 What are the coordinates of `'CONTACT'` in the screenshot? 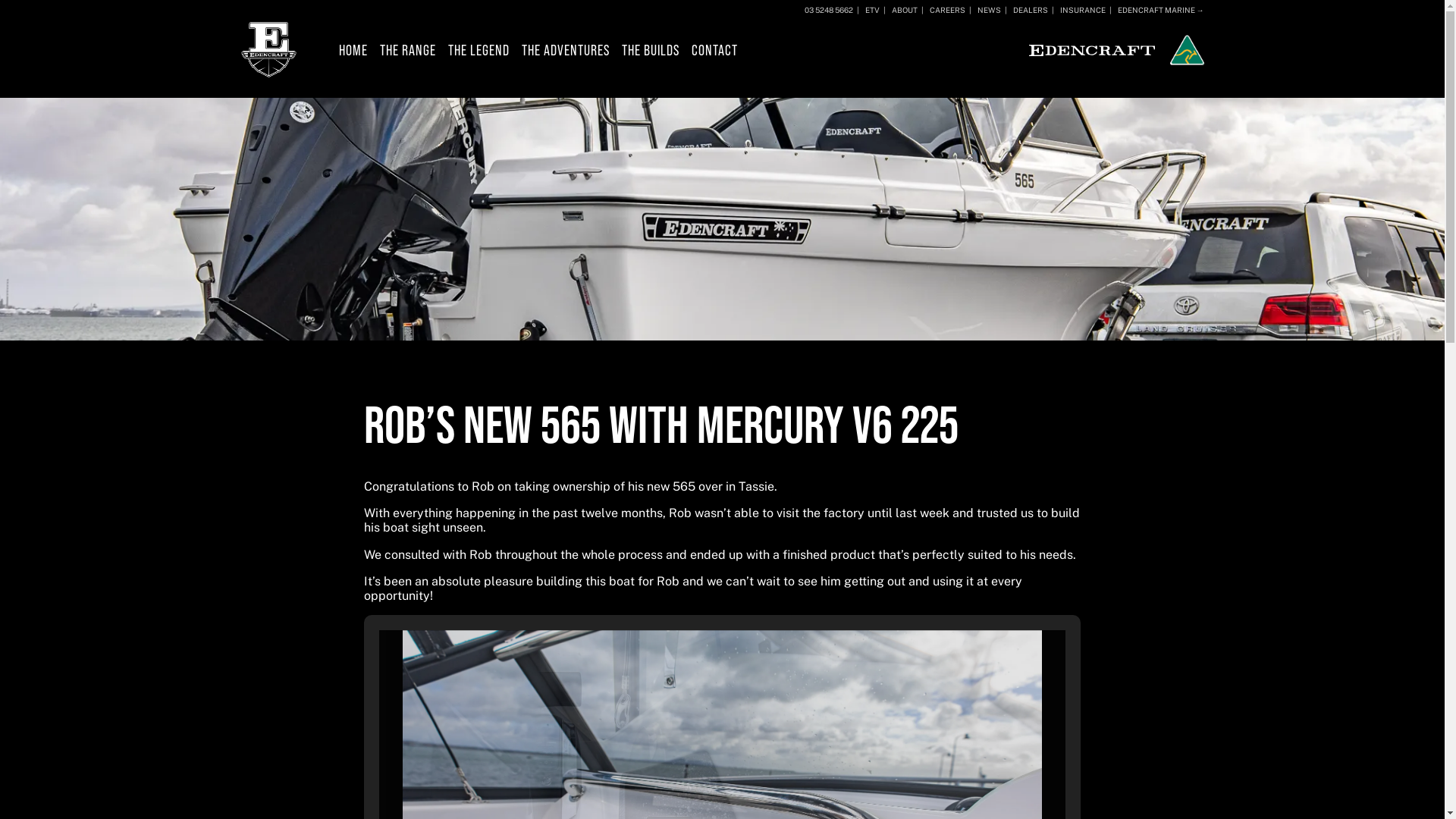 It's located at (714, 49).